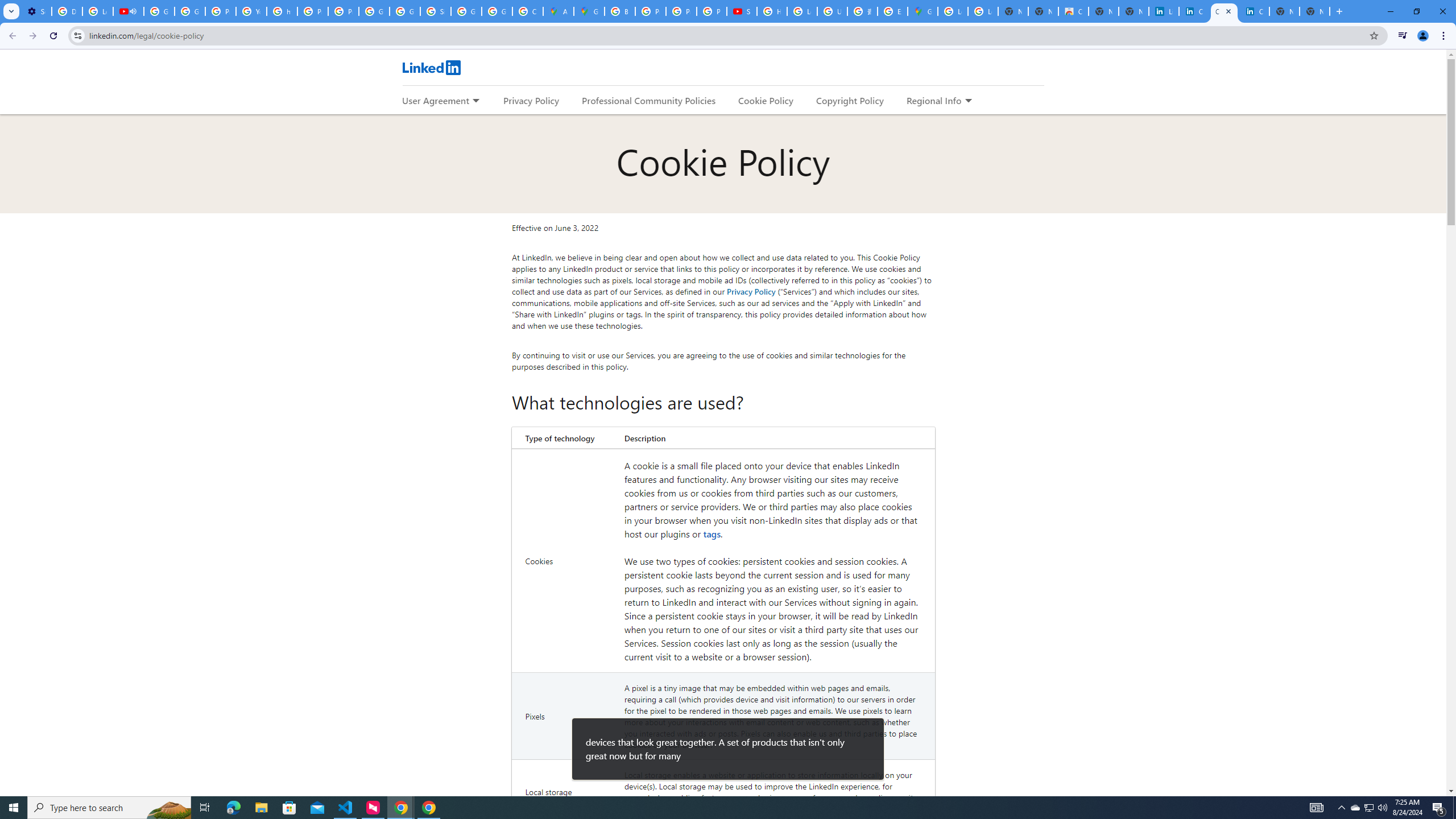 Image resolution: width=1456 pixels, height=819 pixels. I want to click on 'Sign in - Google Accounts', so click(435, 11).